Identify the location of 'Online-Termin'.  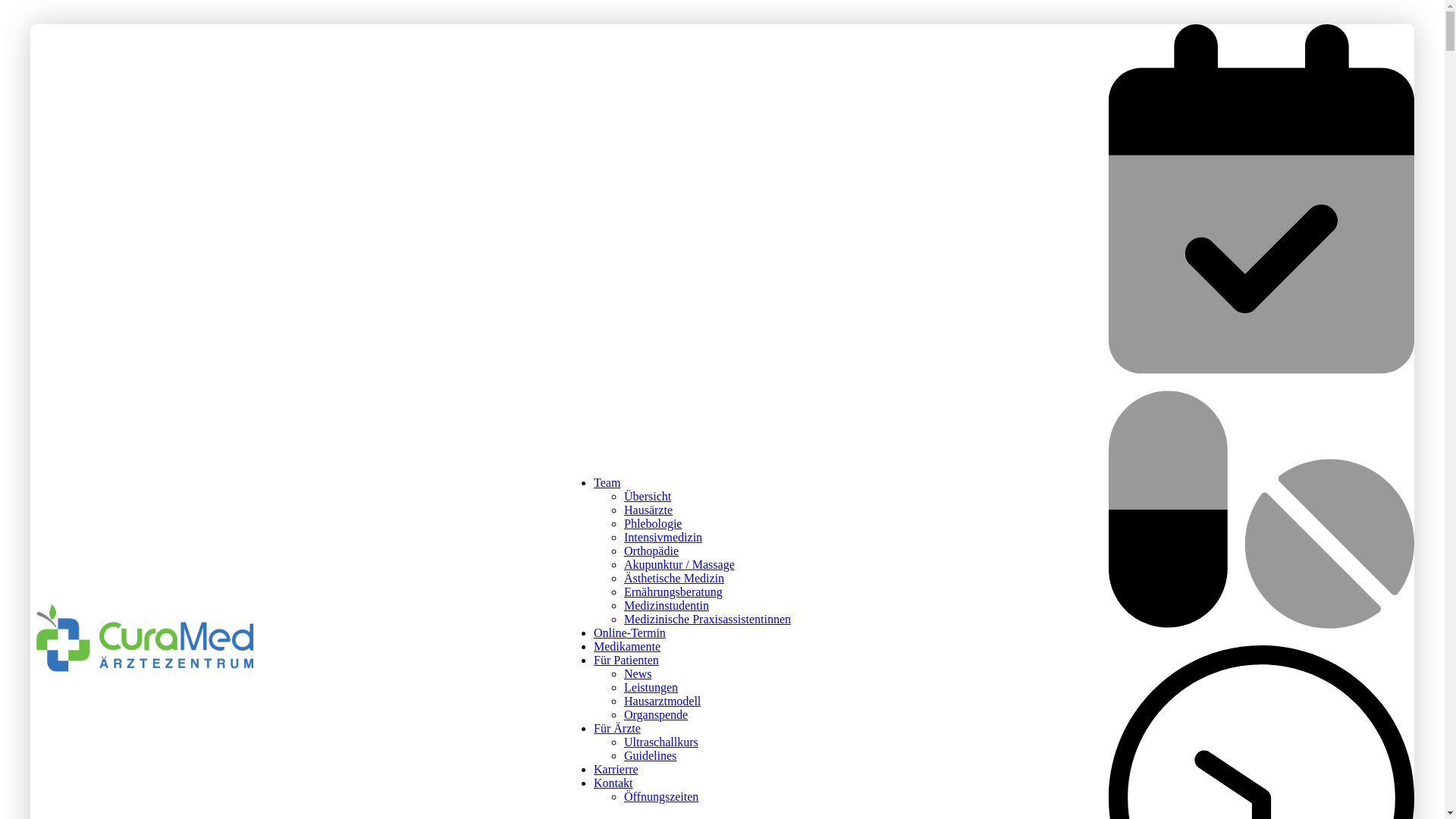
(592, 632).